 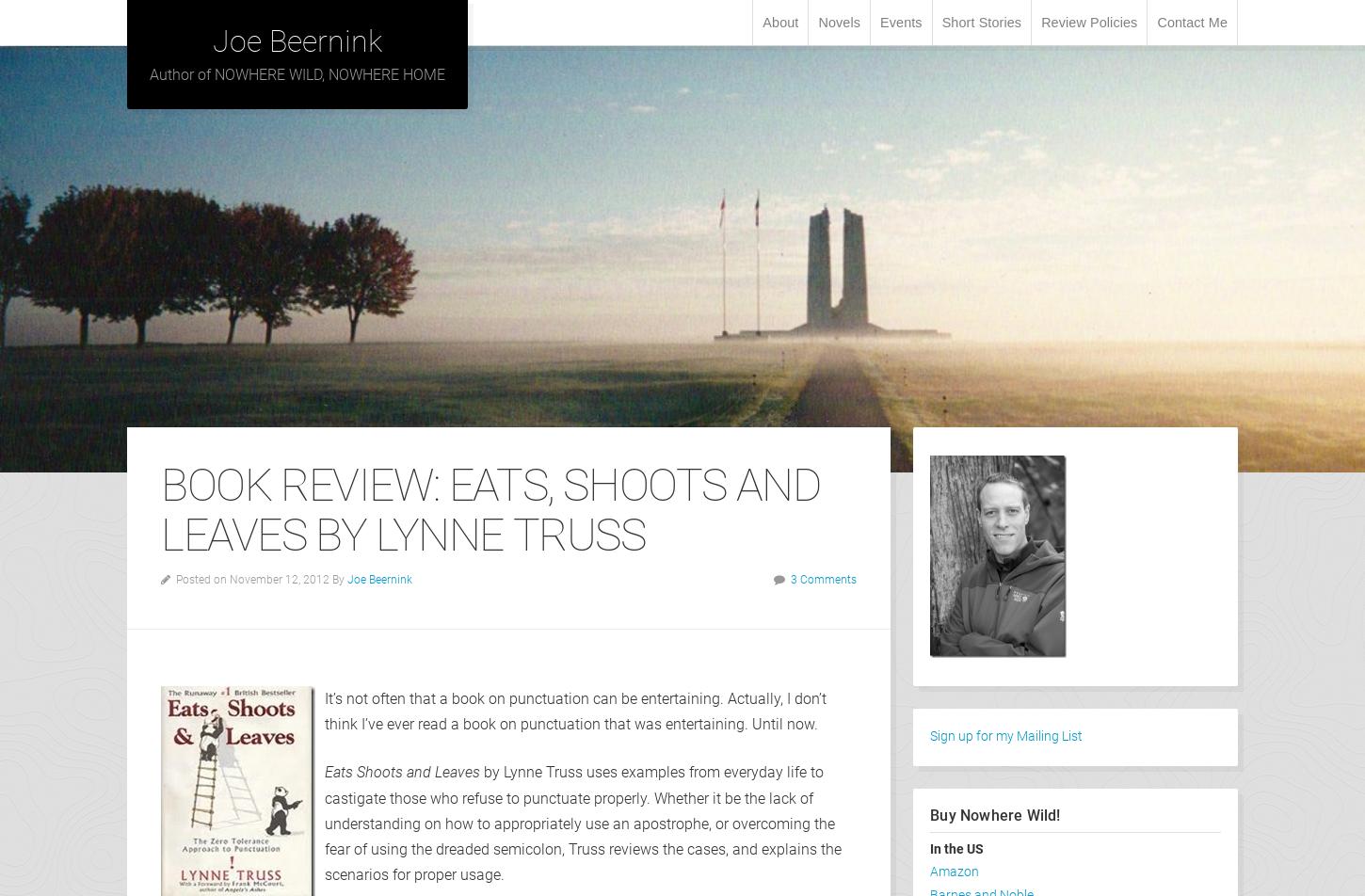 I want to click on 'Sign up for my Mailing List', so click(x=1005, y=736).